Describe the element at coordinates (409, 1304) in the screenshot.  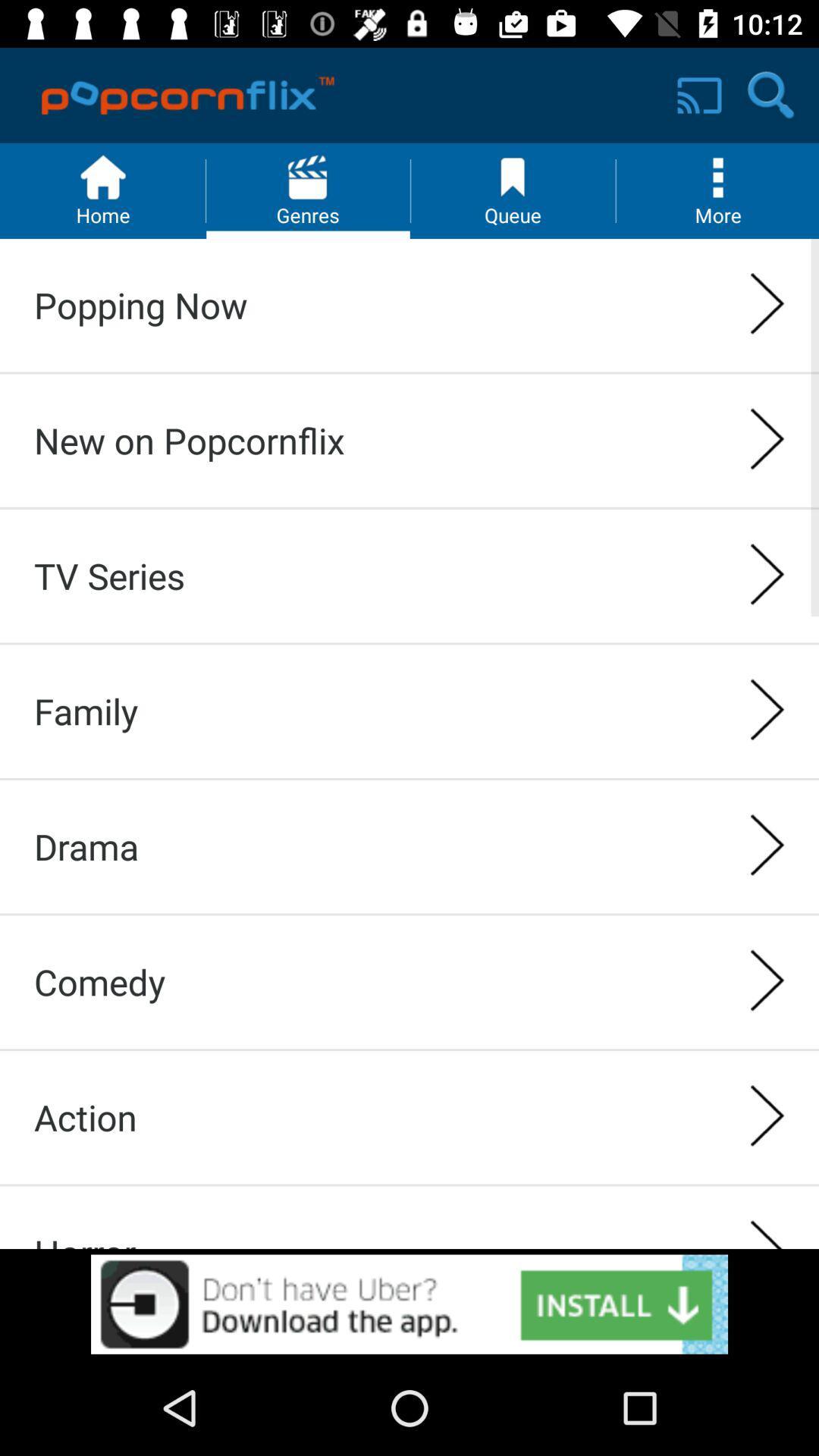
I see `new advertisement open box` at that location.